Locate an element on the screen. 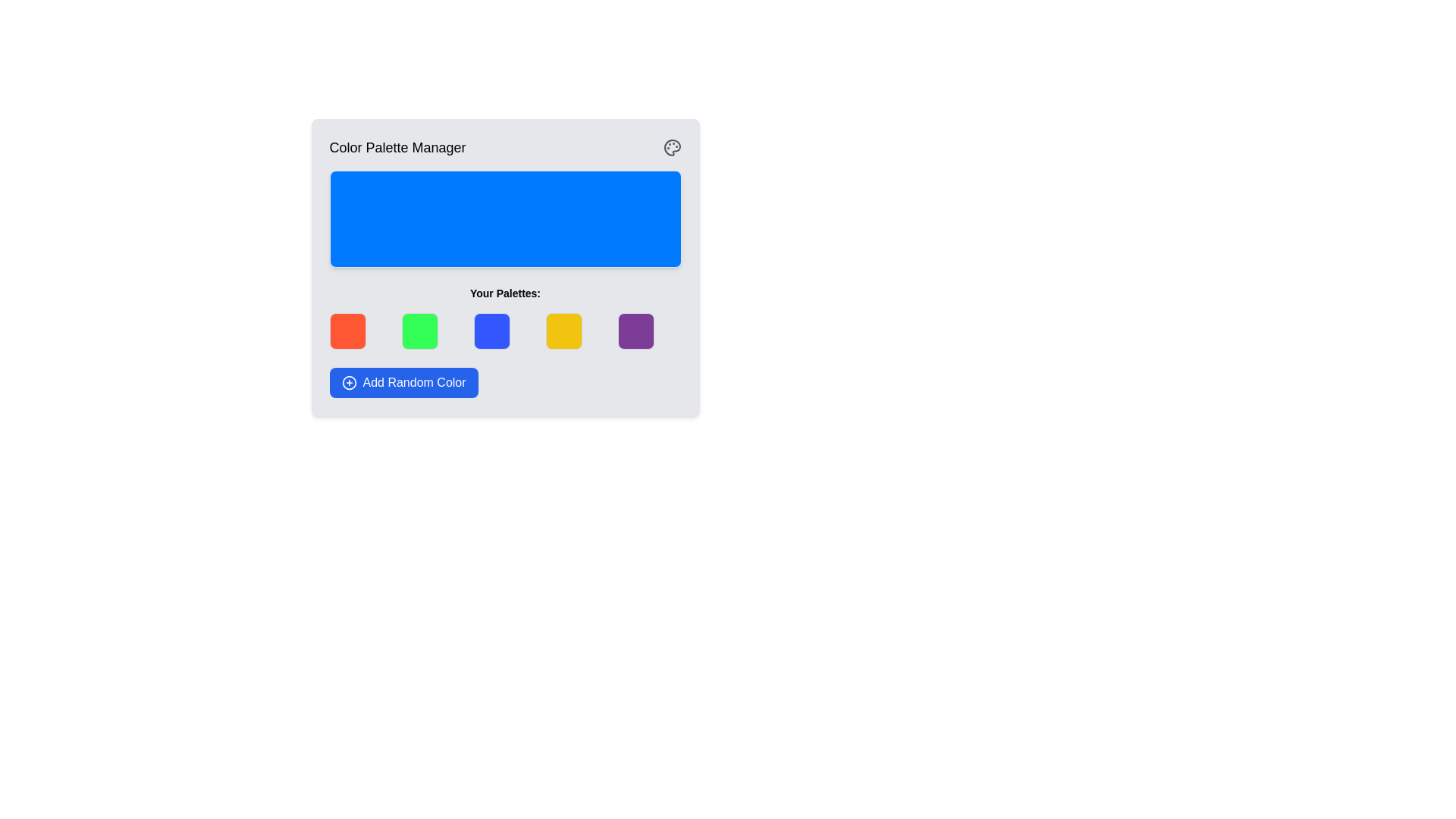 The width and height of the screenshot is (1456, 819). the main body of the painter's palette icon located at the top right corner of the 'Color Palette Manager' widget is located at coordinates (671, 148).